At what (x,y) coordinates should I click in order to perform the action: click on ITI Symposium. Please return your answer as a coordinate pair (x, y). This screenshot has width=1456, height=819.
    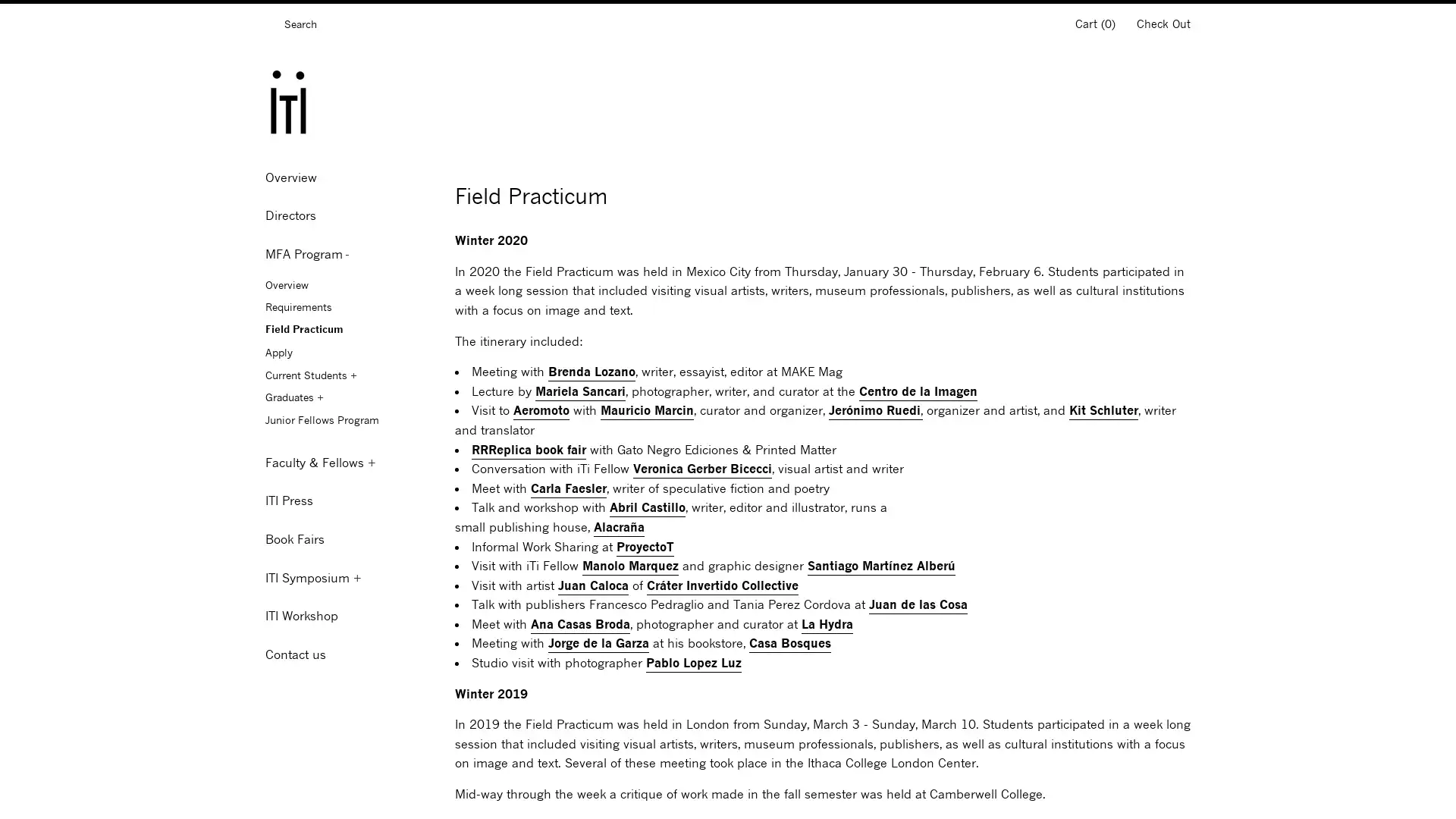
    Looking at the image, I should click on (348, 578).